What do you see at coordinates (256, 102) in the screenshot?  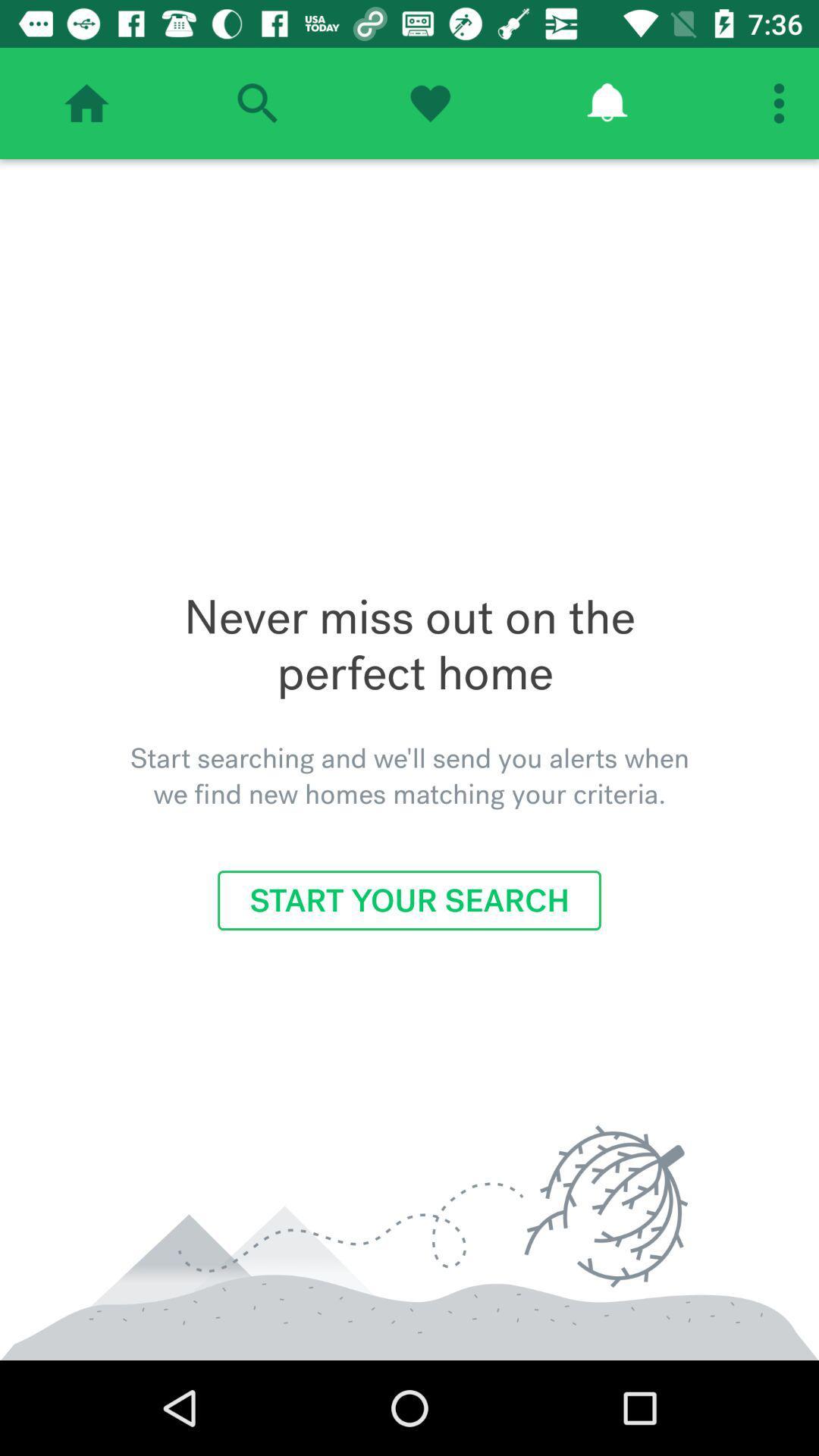 I see `search option` at bounding box center [256, 102].